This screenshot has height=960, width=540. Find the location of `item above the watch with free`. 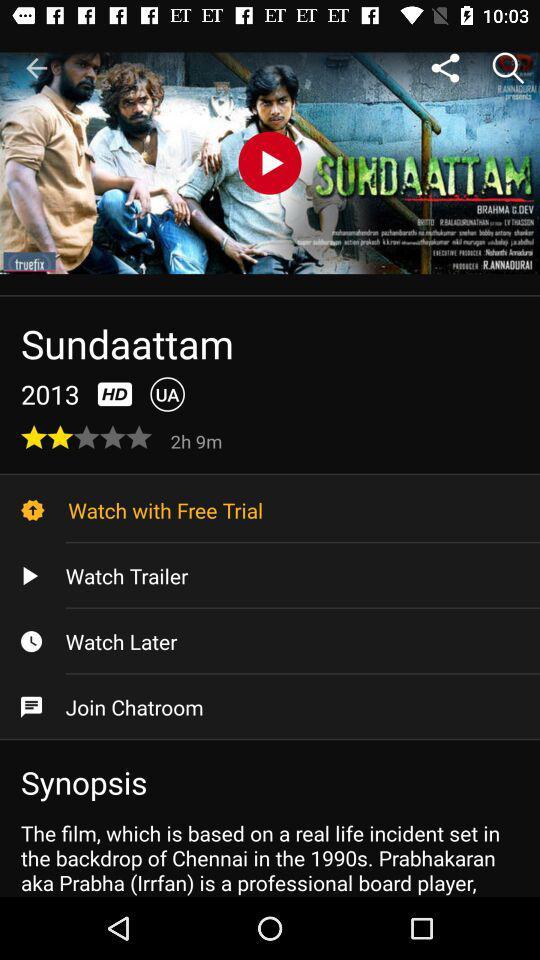

item above the watch with free is located at coordinates (198, 440).